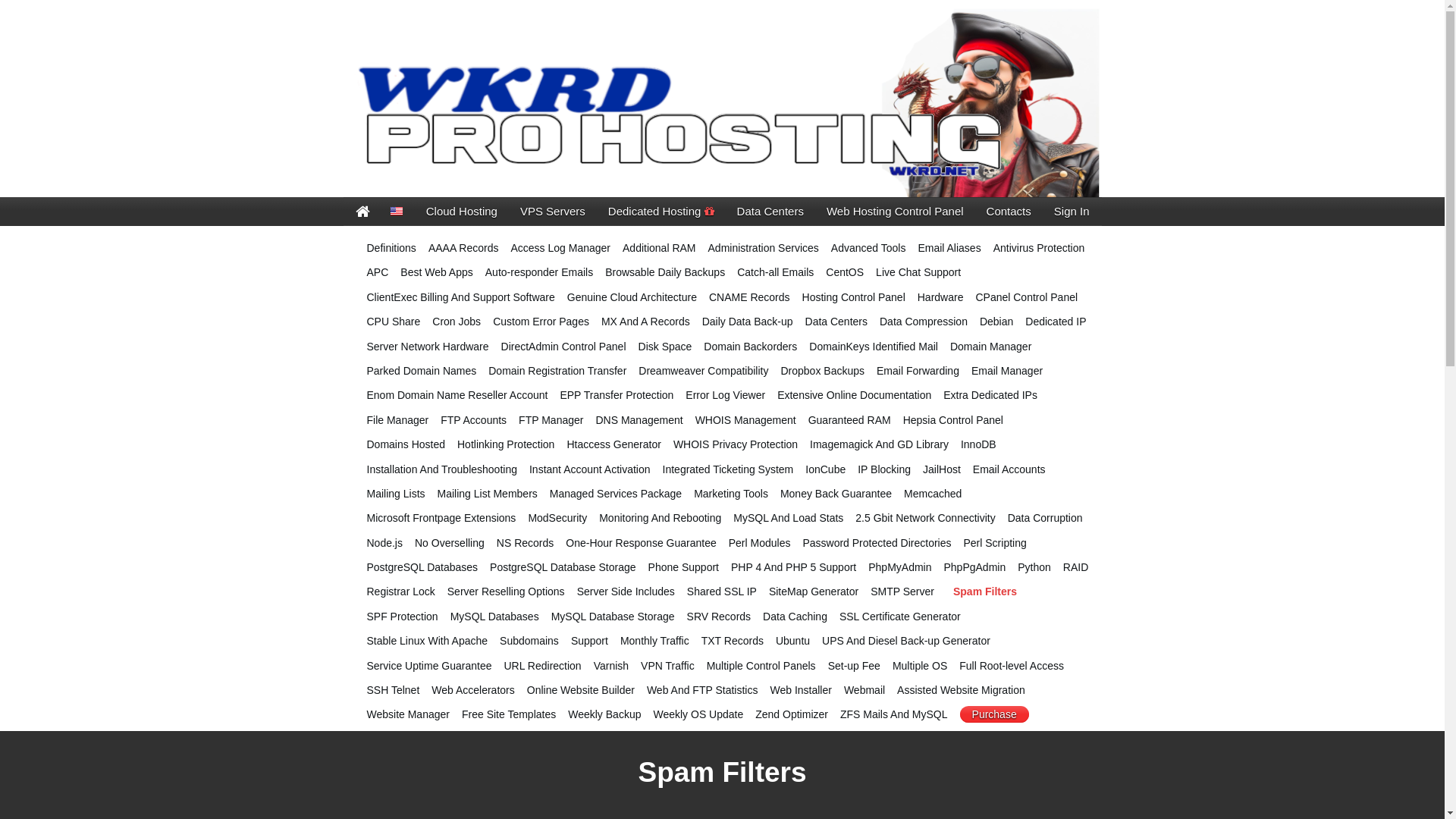 The height and width of the screenshot is (819, 1456). Describe the element at coordinates (449, 542) in the screenshot. I see `'No Overselling'` at that location.